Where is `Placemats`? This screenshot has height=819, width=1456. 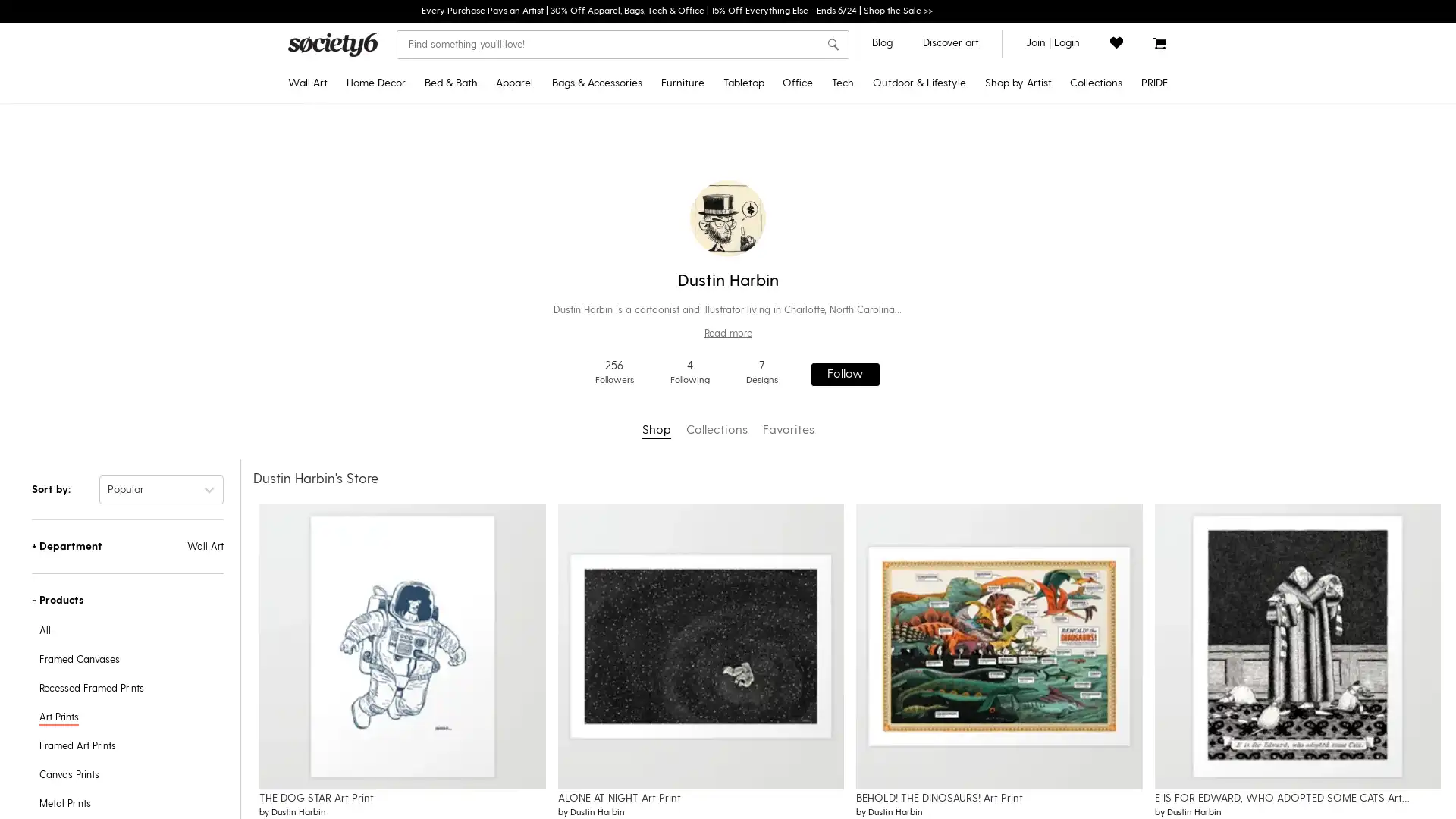
Placemats is located at coordinates (771, 219).